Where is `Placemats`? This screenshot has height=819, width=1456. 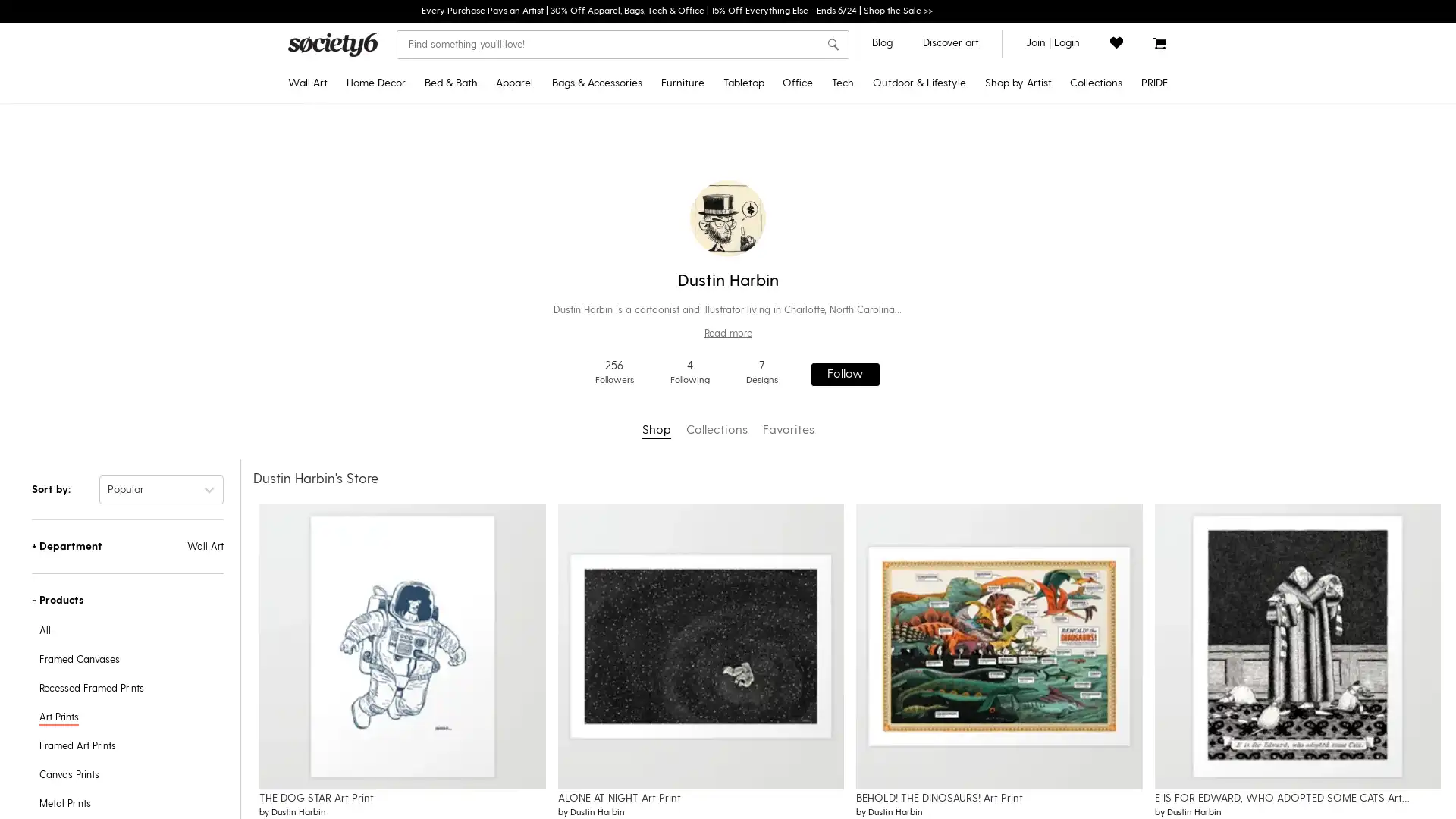
Placemats is located at coordinates (771, 219).